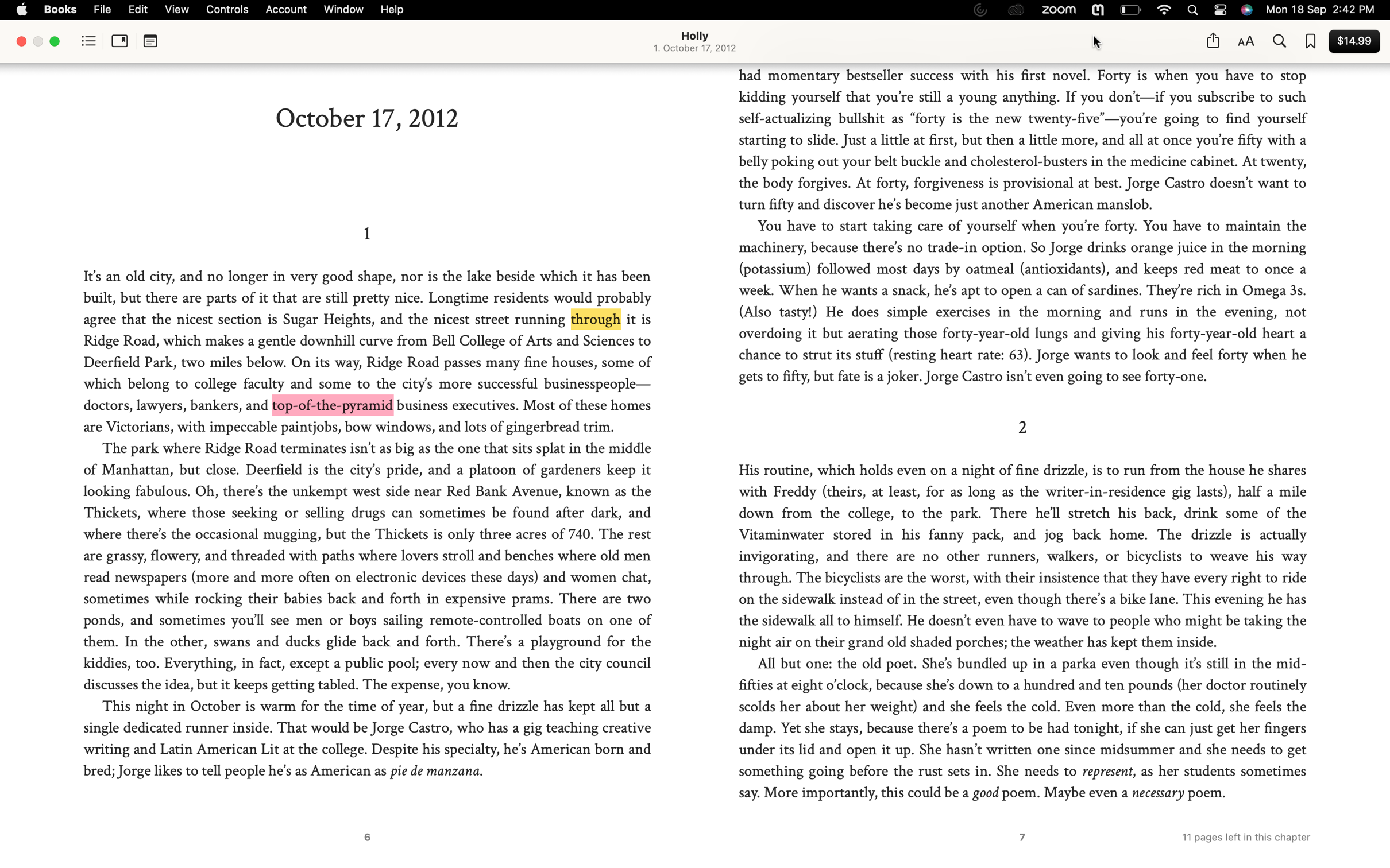 The height and width of the screenshot is (868, 1390). What do you see at coordinates (289815, 87234) in the screenshot?
I see `Move down to the following chapter` at bounding box center [289815, 87234].